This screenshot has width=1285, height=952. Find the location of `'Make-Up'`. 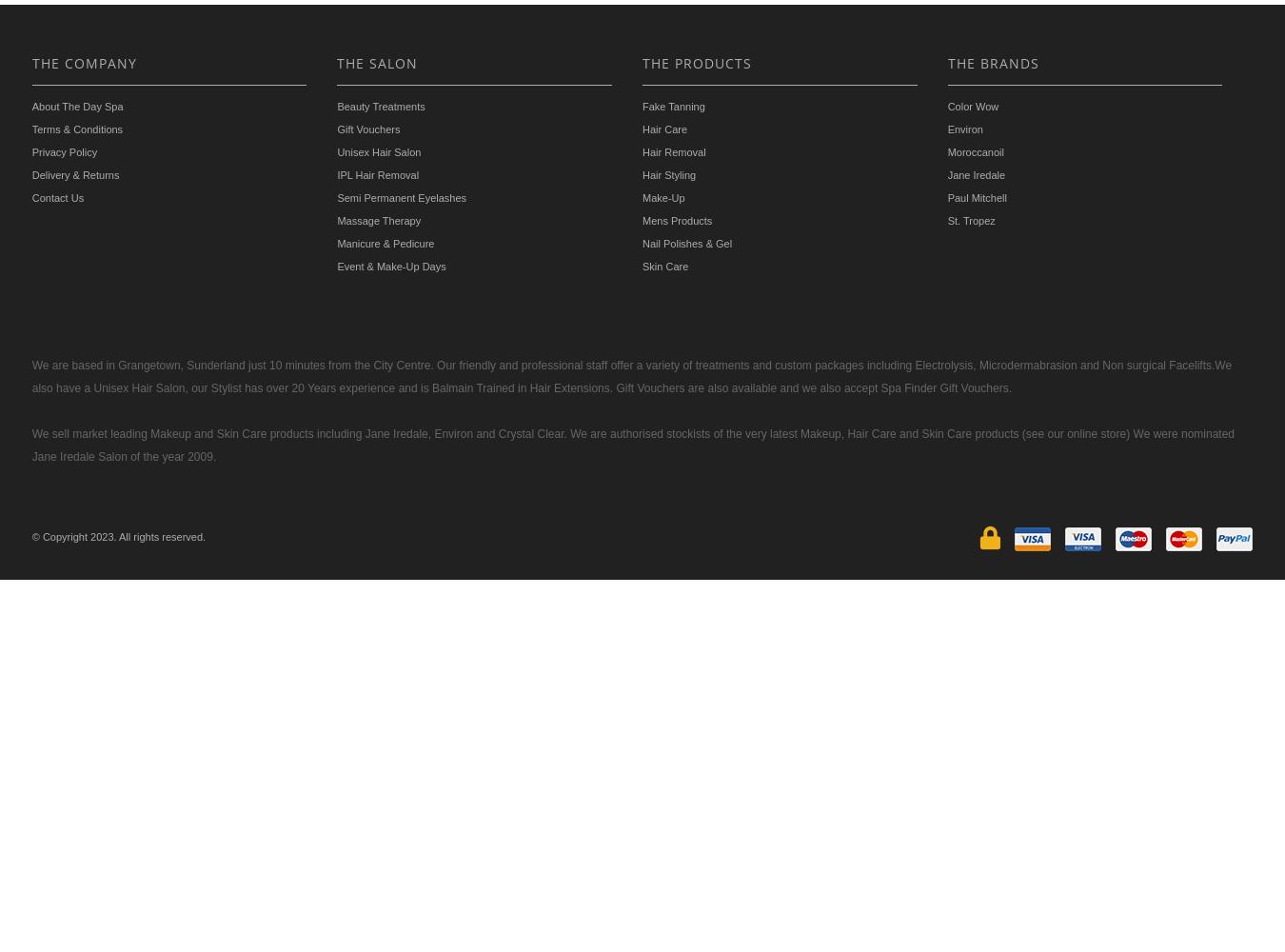

'Make-Up' is located at coordinates (662, 196).